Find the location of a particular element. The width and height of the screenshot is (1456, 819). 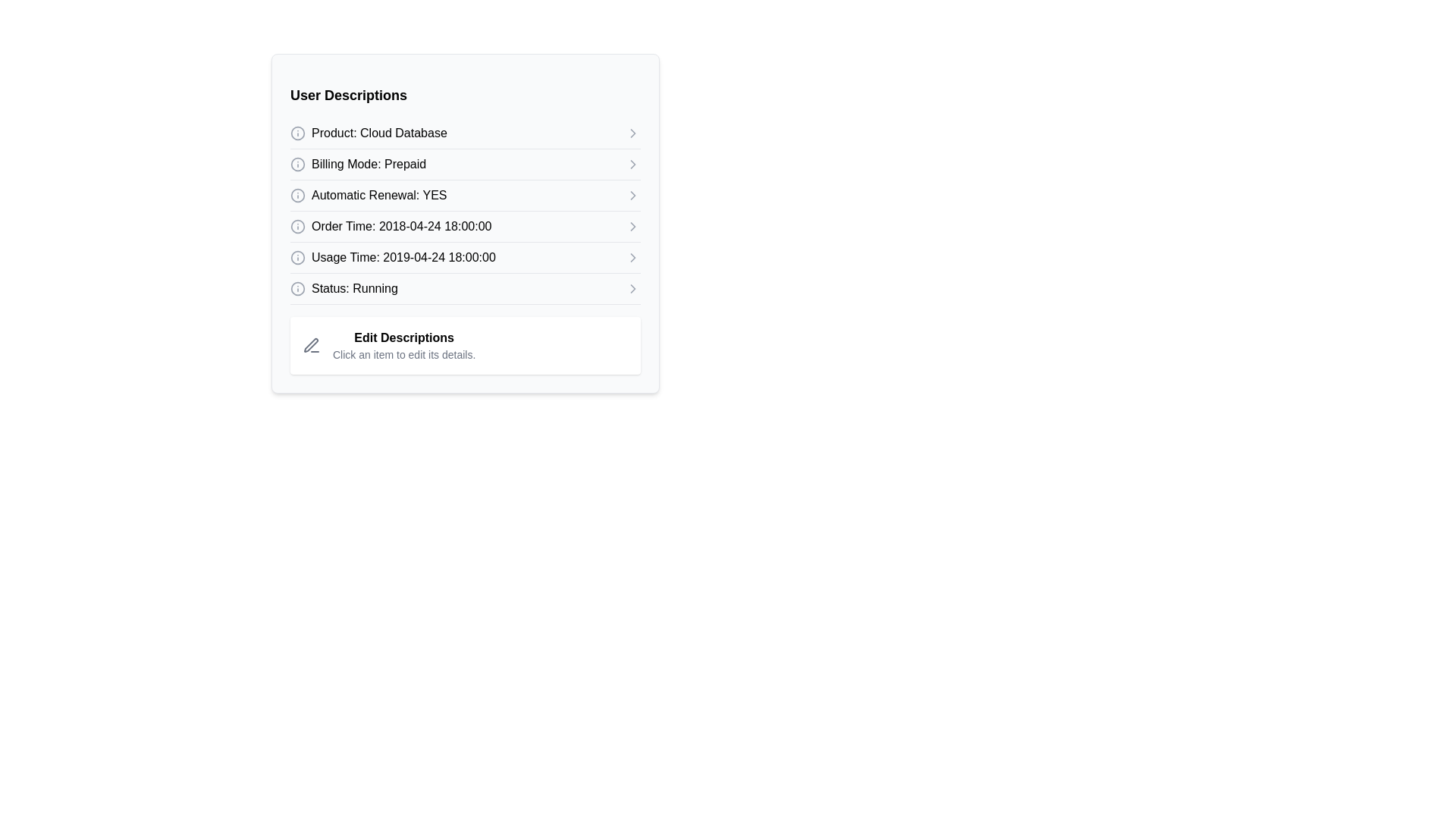

the arrow icon located at the right end of the 'Order Time: 2018-04-24 18:00:00' row in the 'User Descriptions' list is located at coordinates (633, 227).